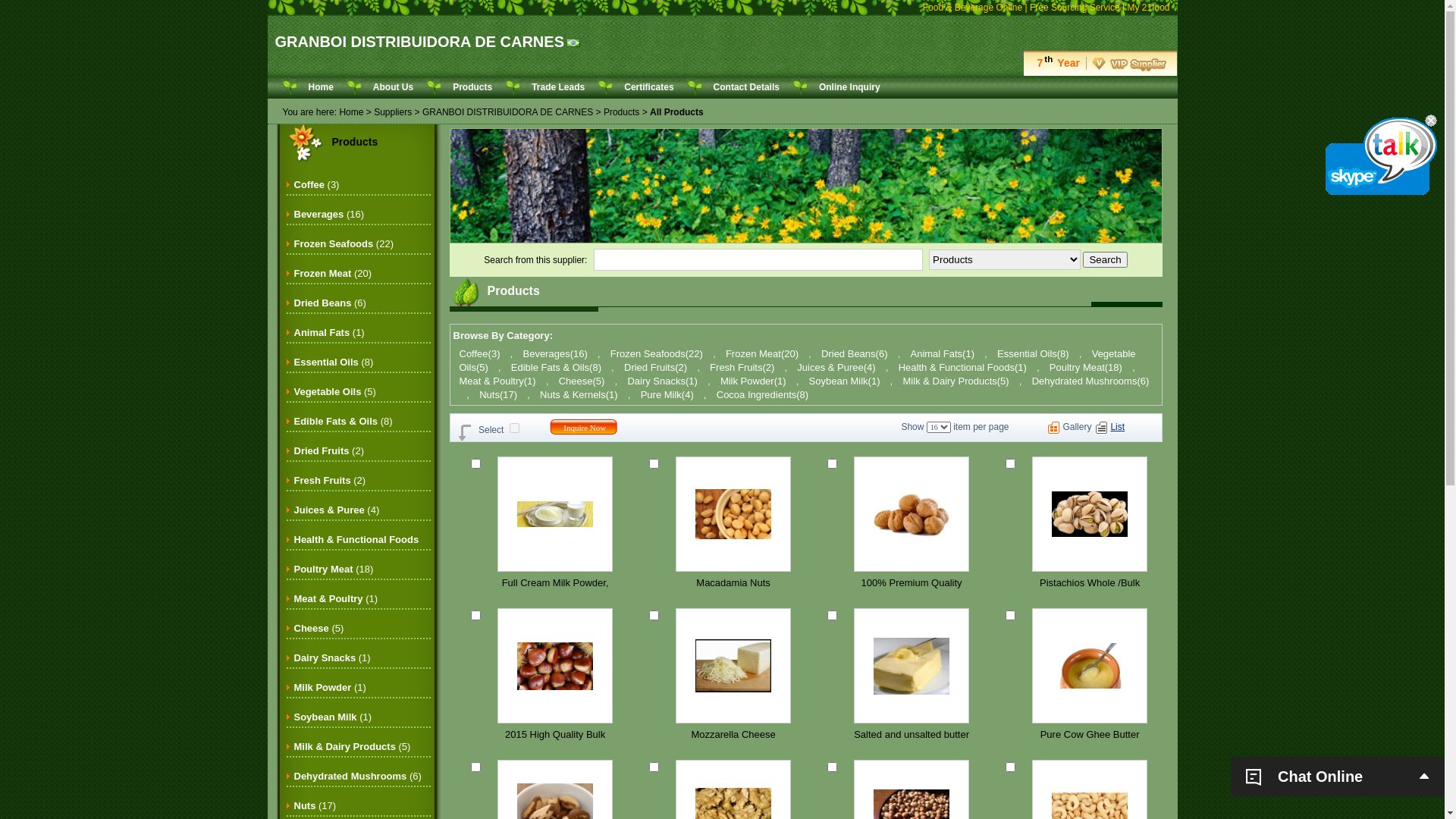 The image size is (1456, 819). I want to click on 'Meat & Poultry (1)', so click(294, 598).